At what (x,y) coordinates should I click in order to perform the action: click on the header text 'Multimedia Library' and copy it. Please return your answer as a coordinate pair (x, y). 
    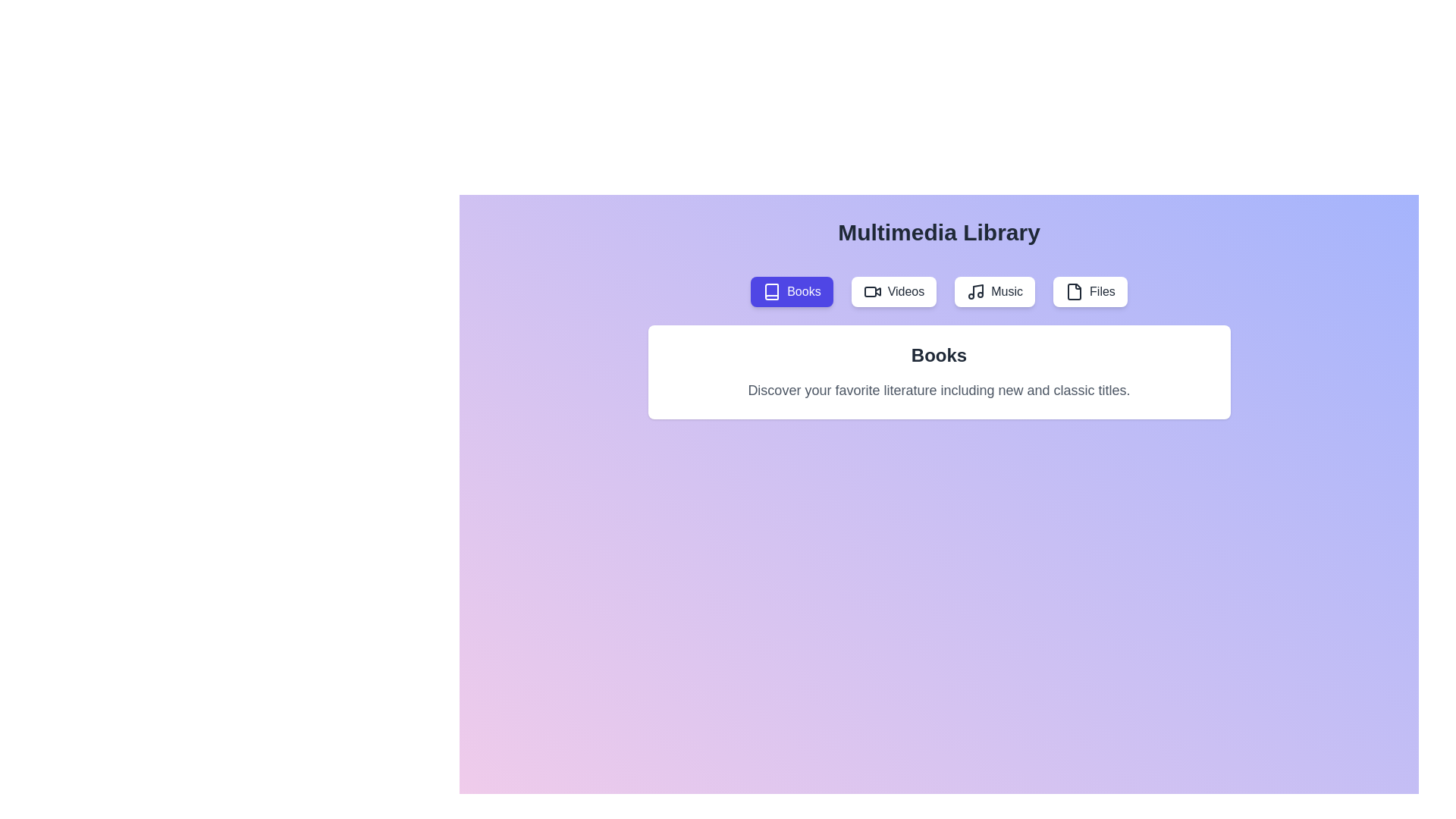
    Looking at the image, I should click on (836, 219).